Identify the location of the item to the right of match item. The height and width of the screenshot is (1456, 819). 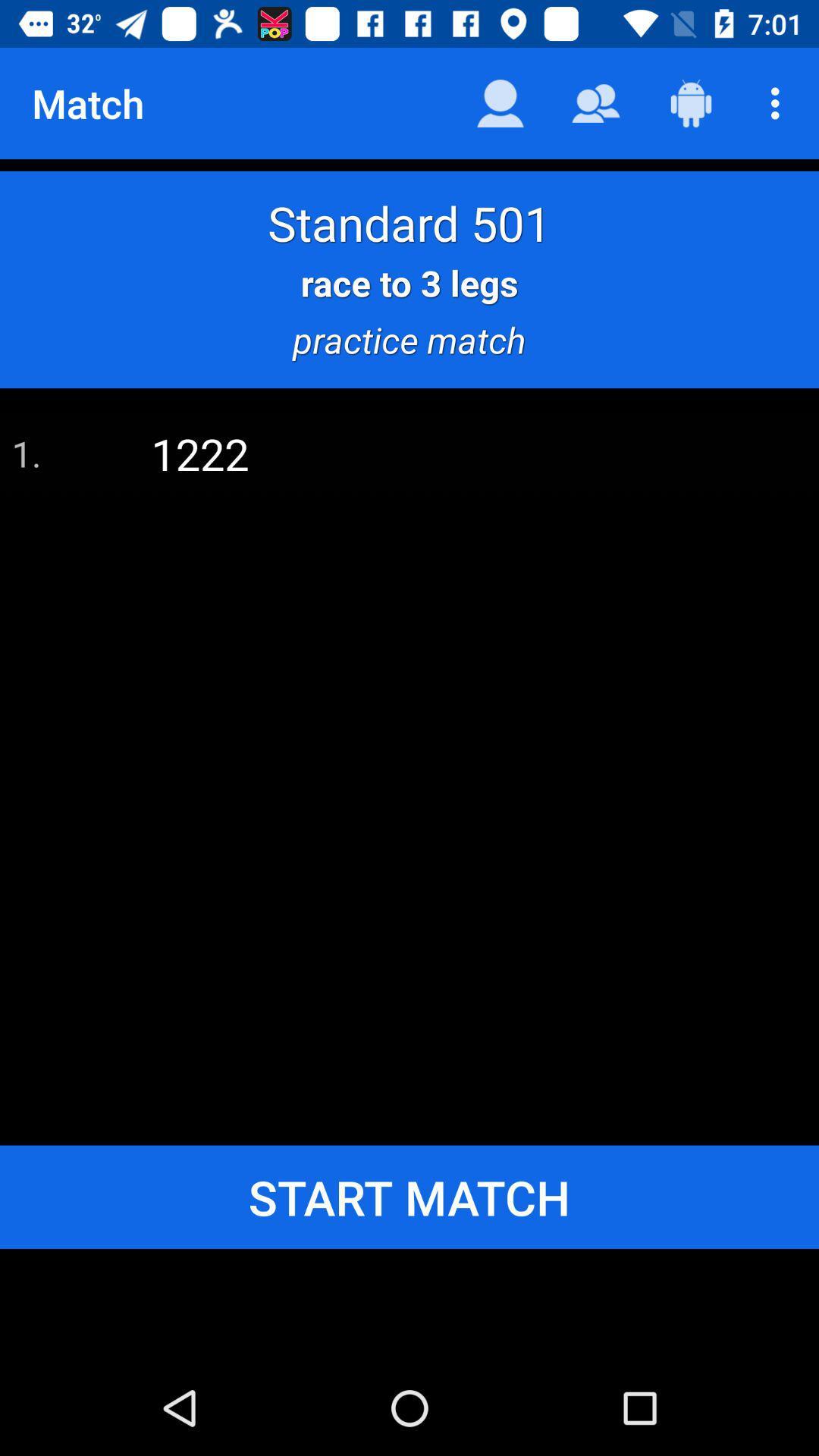
(500, 102).